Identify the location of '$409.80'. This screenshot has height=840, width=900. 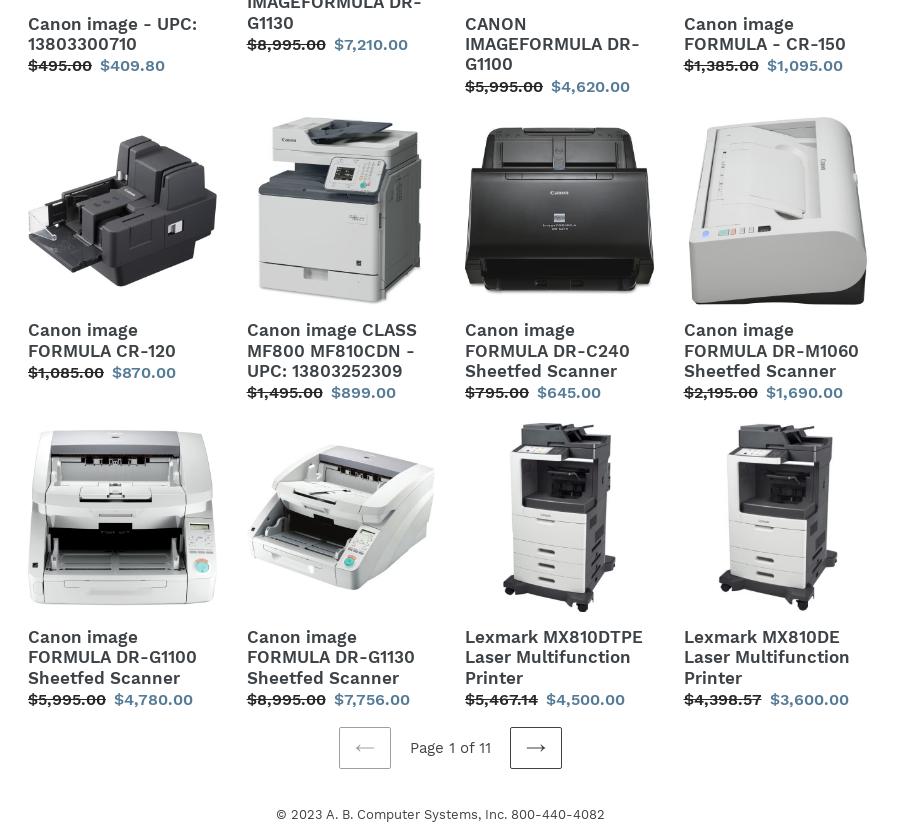
(135, 65).